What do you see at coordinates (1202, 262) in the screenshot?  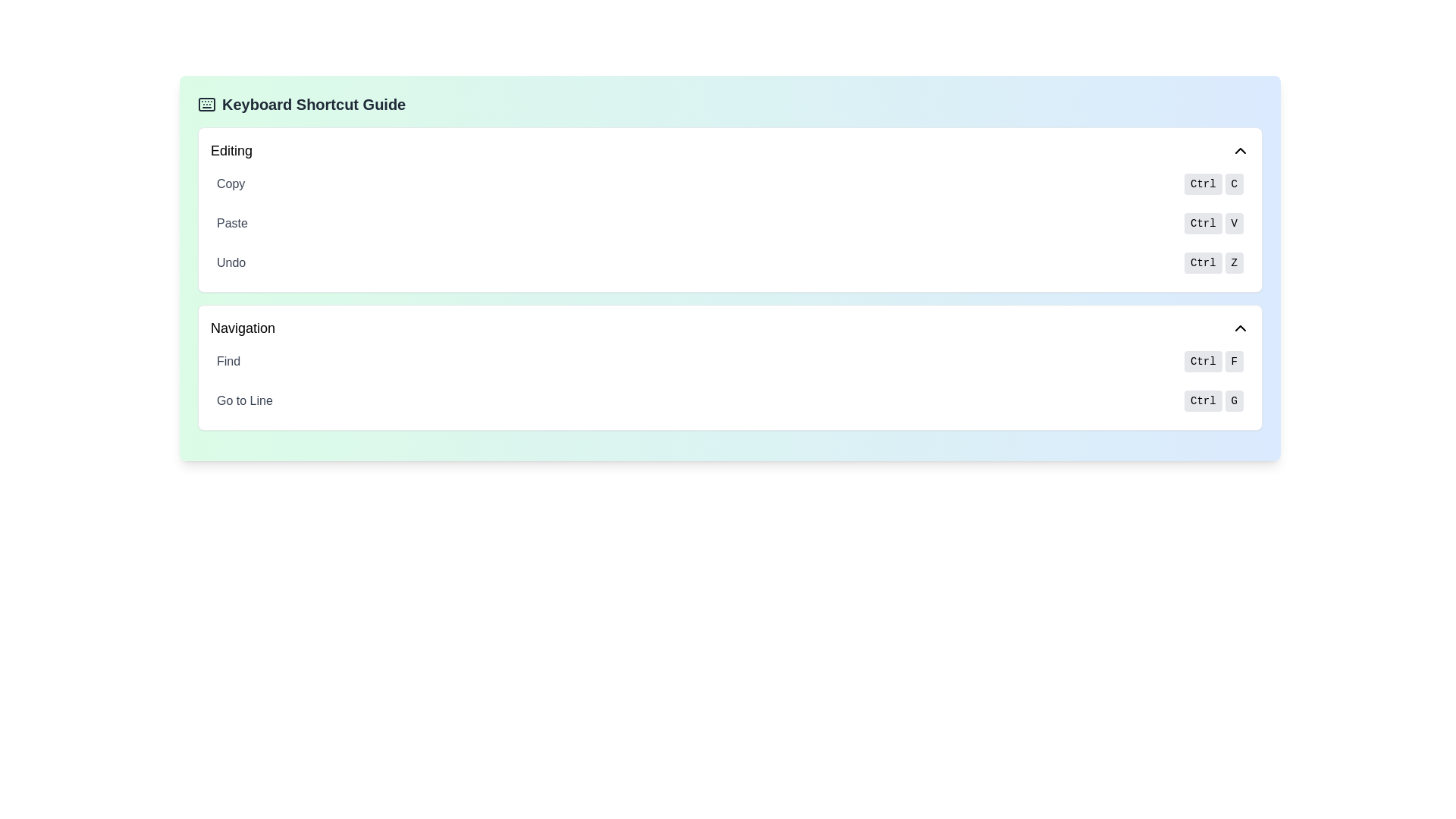 I see `text of the leftmost button in the horizontal group of keyboard shortcut buttons located in the 'Undo' row under the 'Editing' section of the 'Keyboard Shortcut Guide' panel` at bounding box center [1202, 262].